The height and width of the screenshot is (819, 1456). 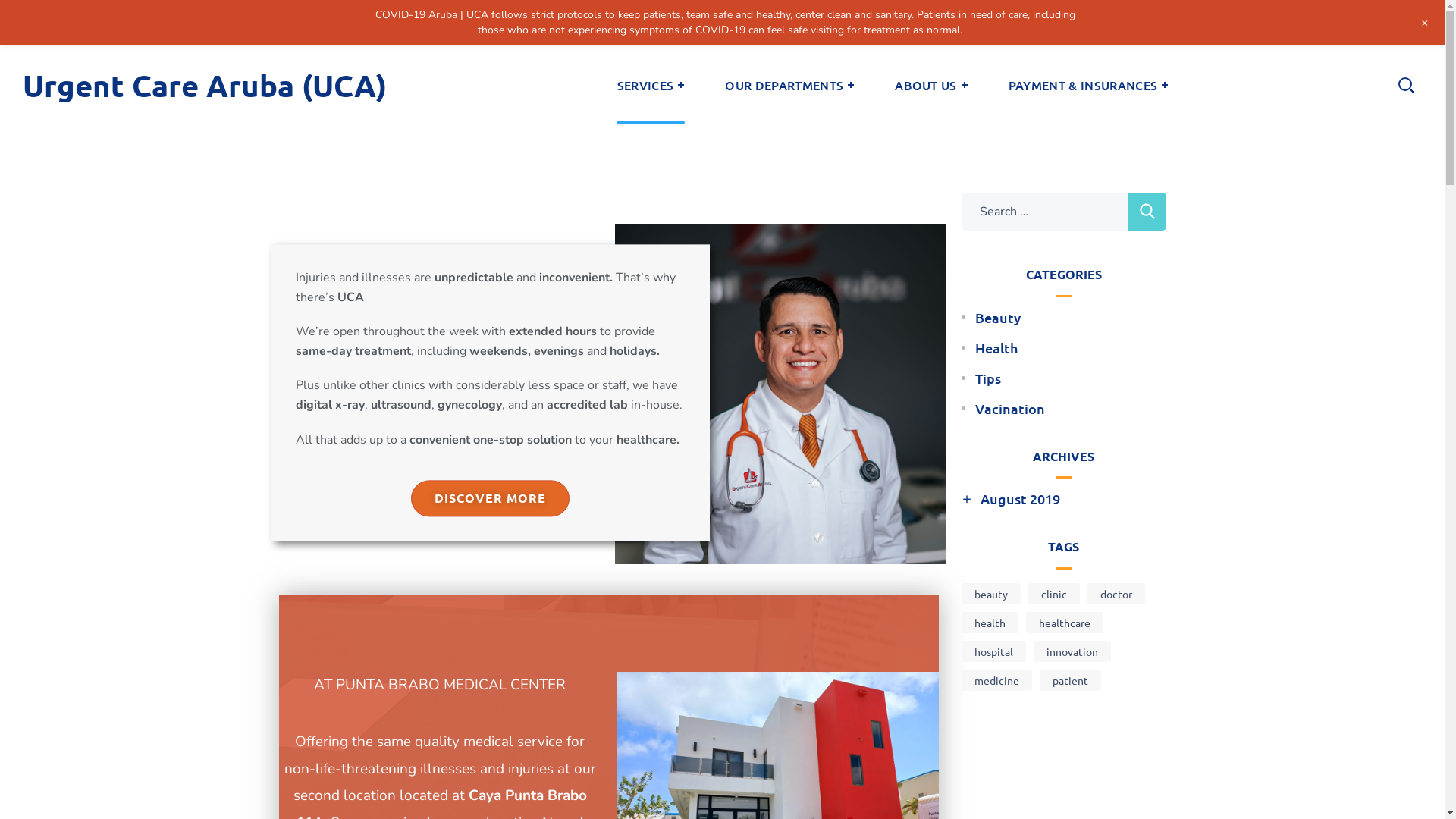 I want to click on 'Beauty', so click(x=997, y=317).